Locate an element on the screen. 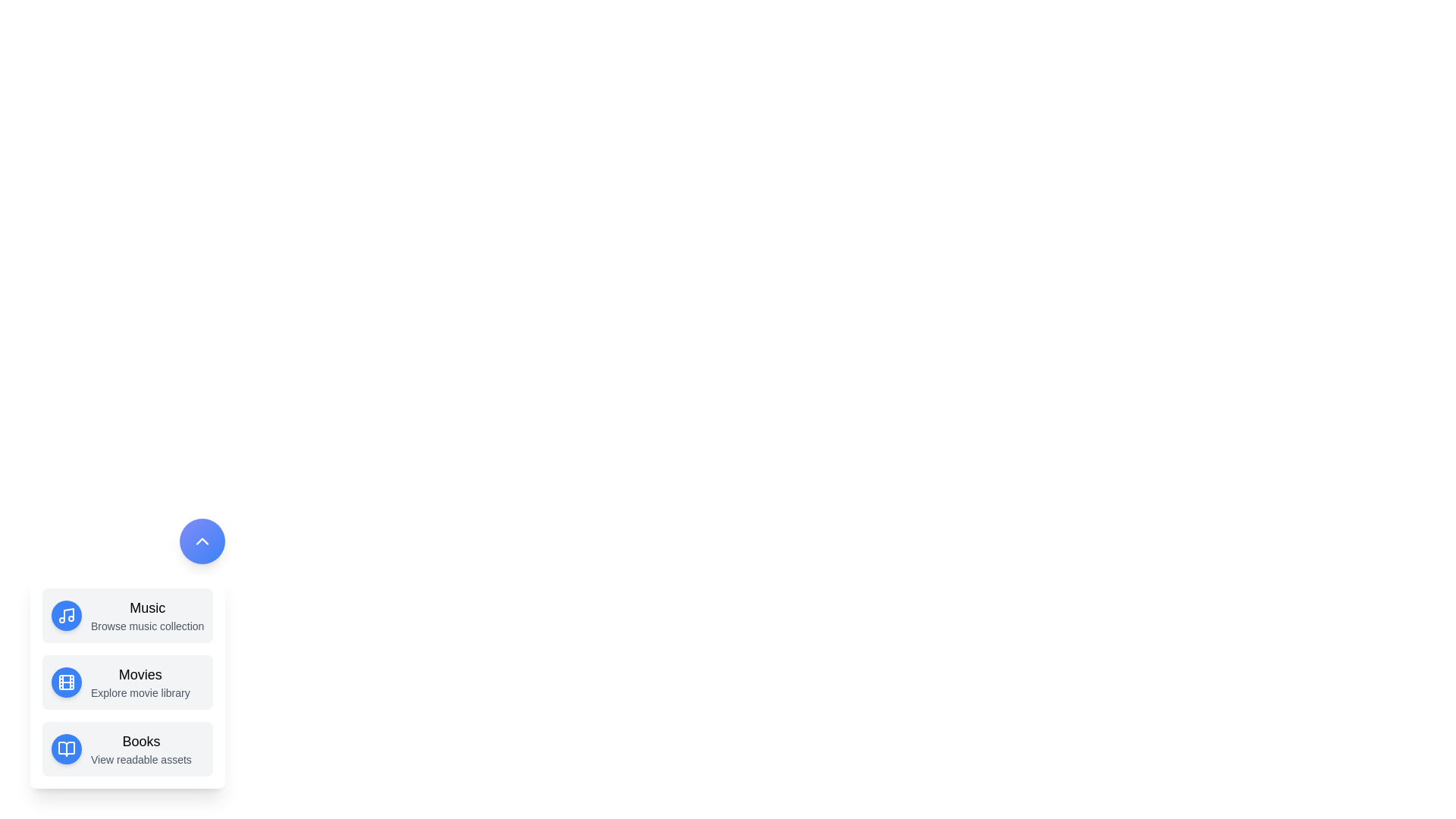 The image size is (1456, 819). the toggle button to change the menu state is located at coordinates (202, 540).